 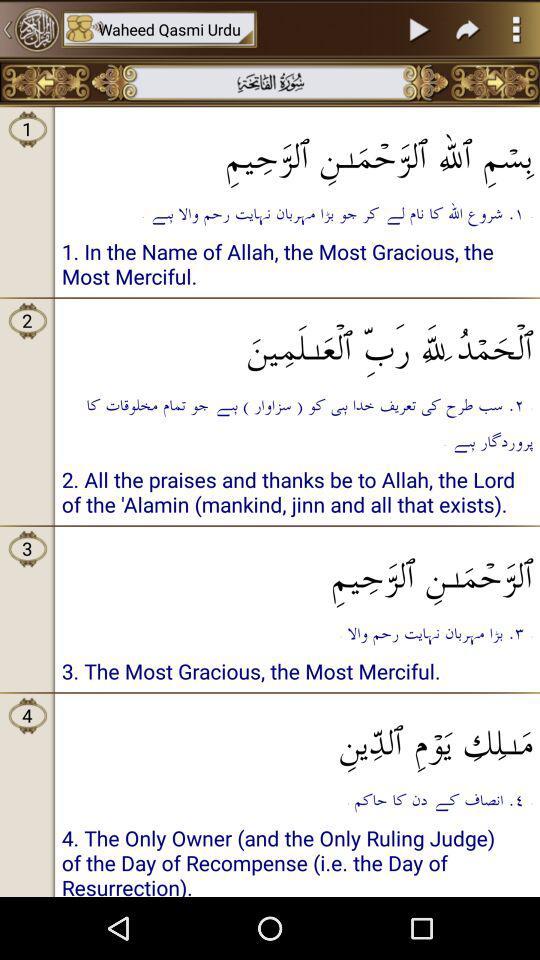 I want to click on the icon to the right of 4 icon, so click(x=296, y=736).